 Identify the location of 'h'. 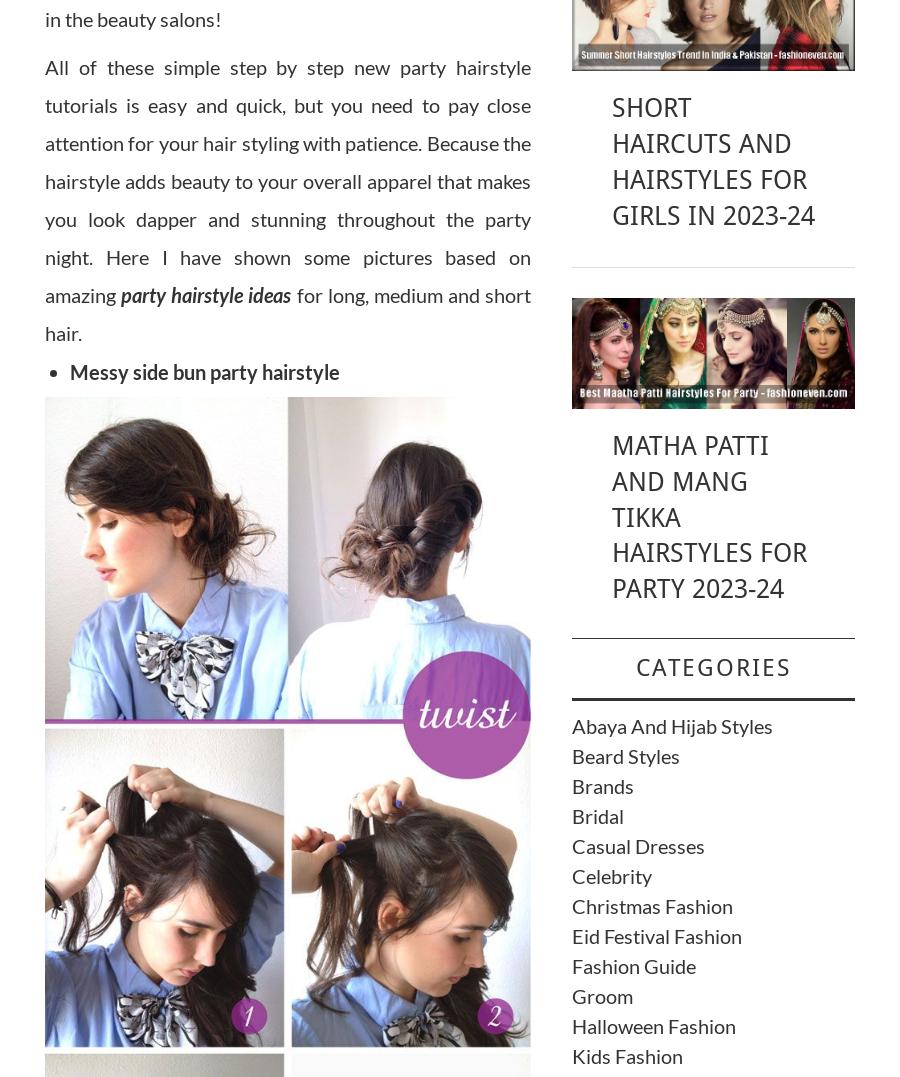
(176, 294).